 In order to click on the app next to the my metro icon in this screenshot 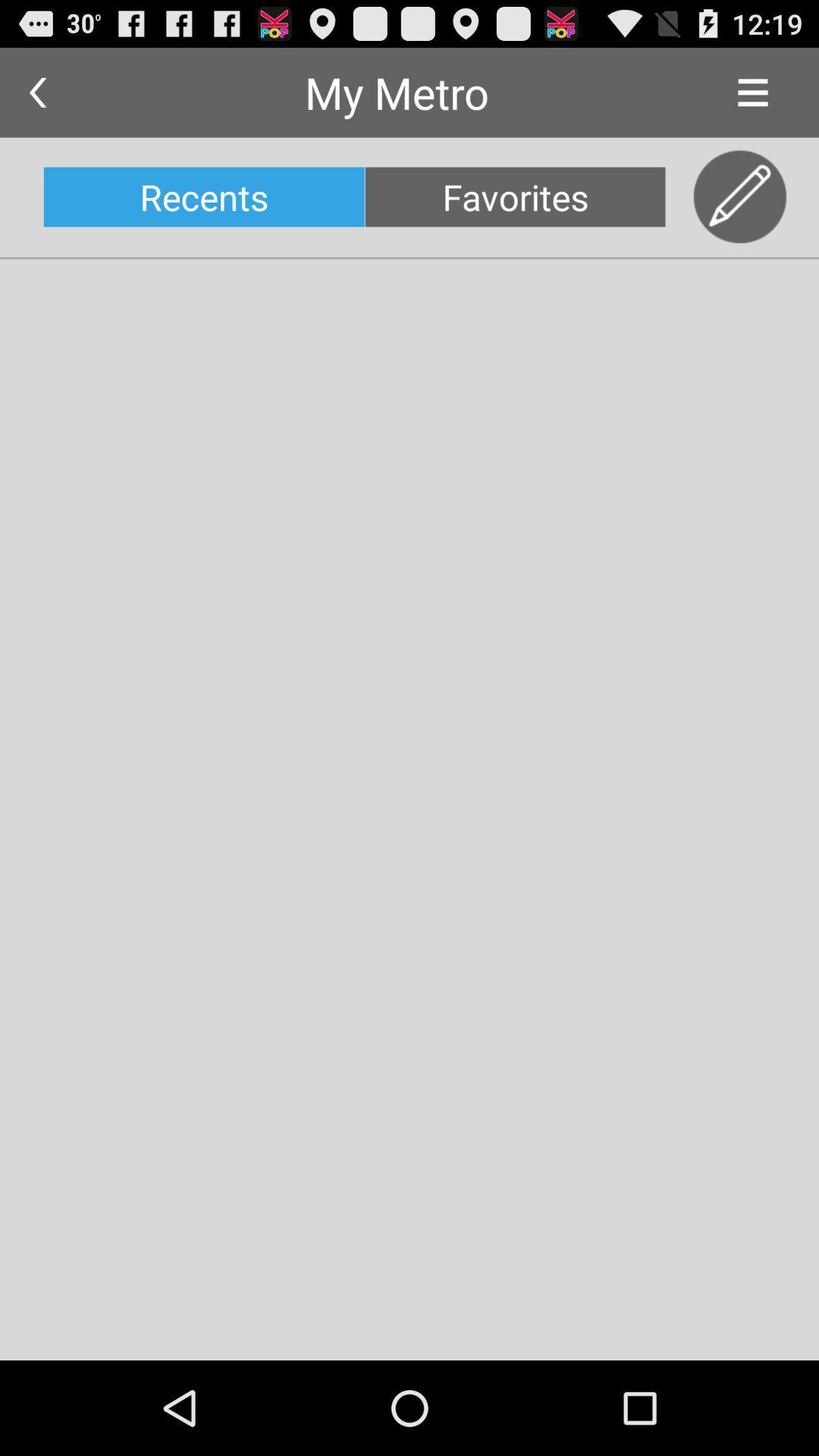, I will do `click(36, 92)`.